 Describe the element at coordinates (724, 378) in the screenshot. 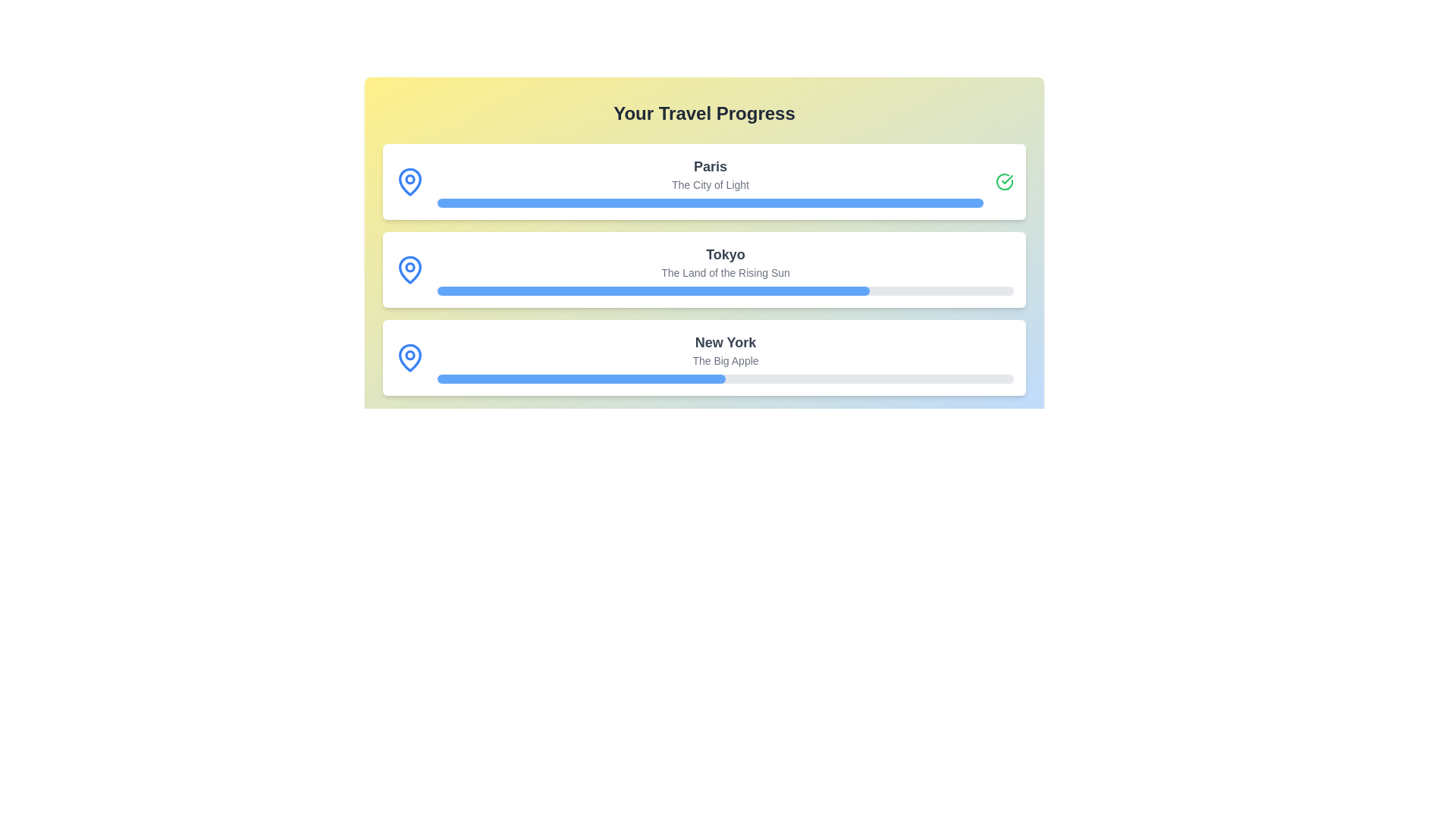

I see `the progress bar located below the text 'New York' and 'The Big Apple', which visually displays the completion status with a blue section indicating progress` at that location.